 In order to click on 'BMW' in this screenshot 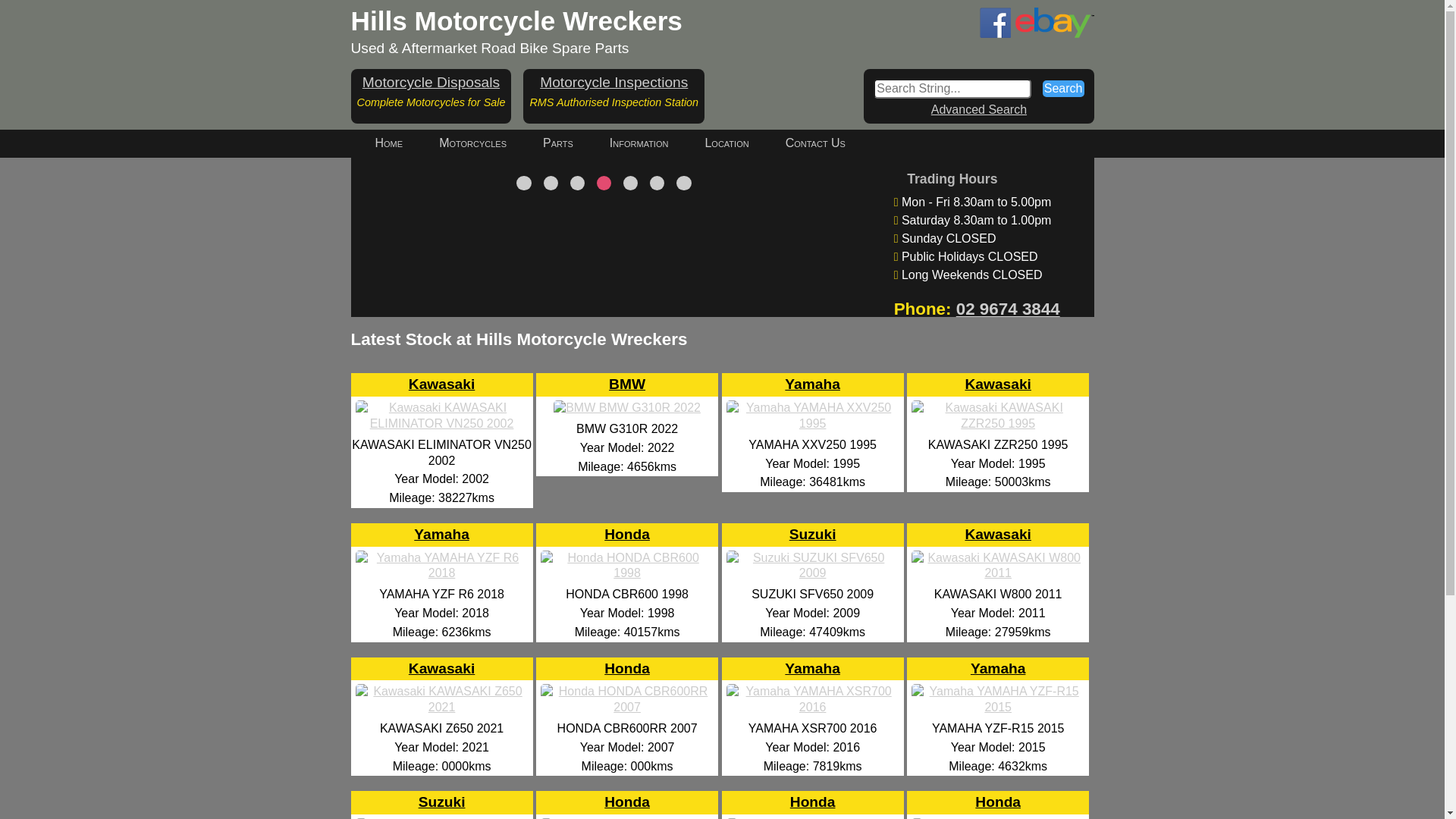, I will do `click(608, 409)`.